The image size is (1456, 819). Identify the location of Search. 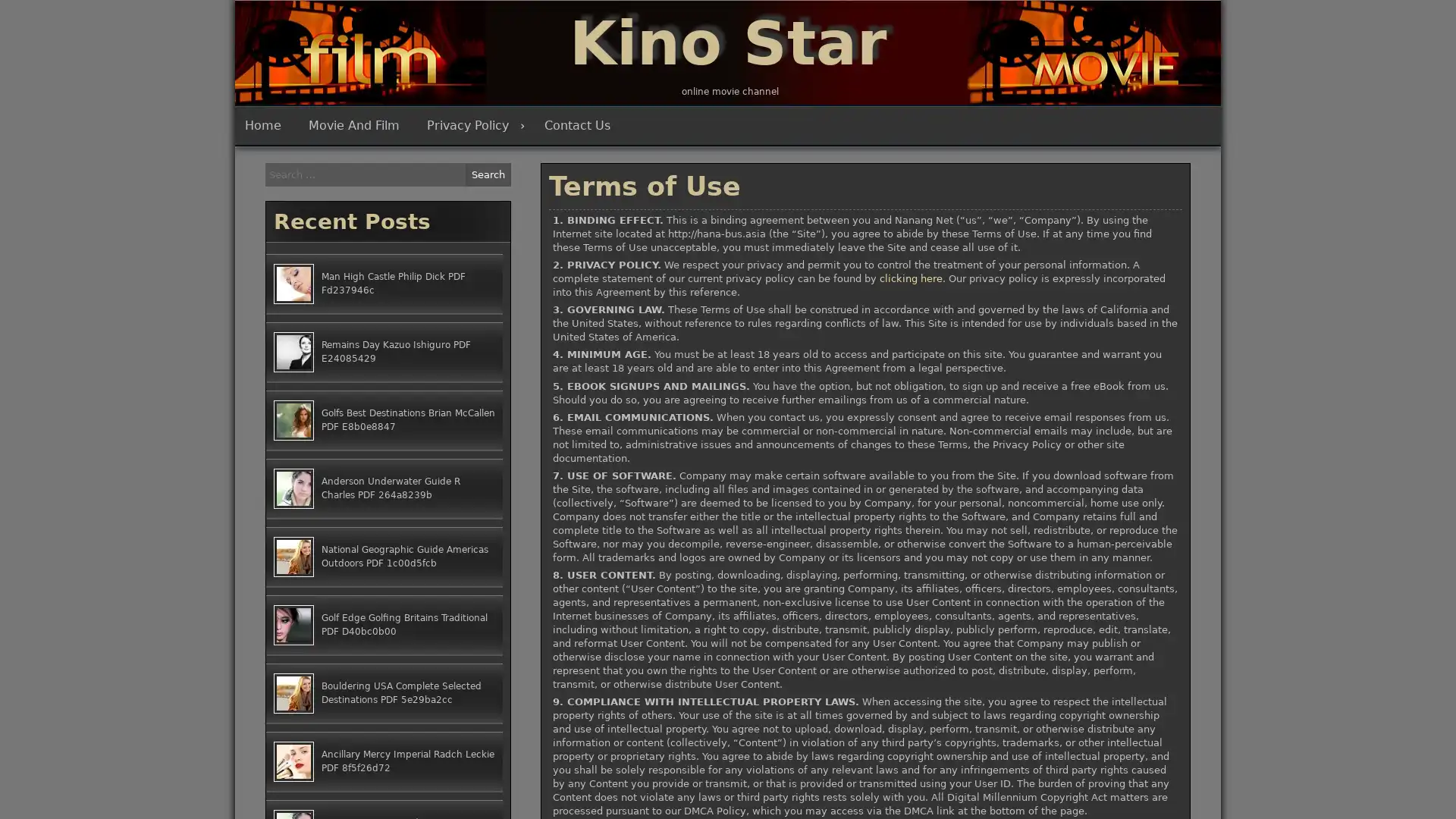
(488, 174).